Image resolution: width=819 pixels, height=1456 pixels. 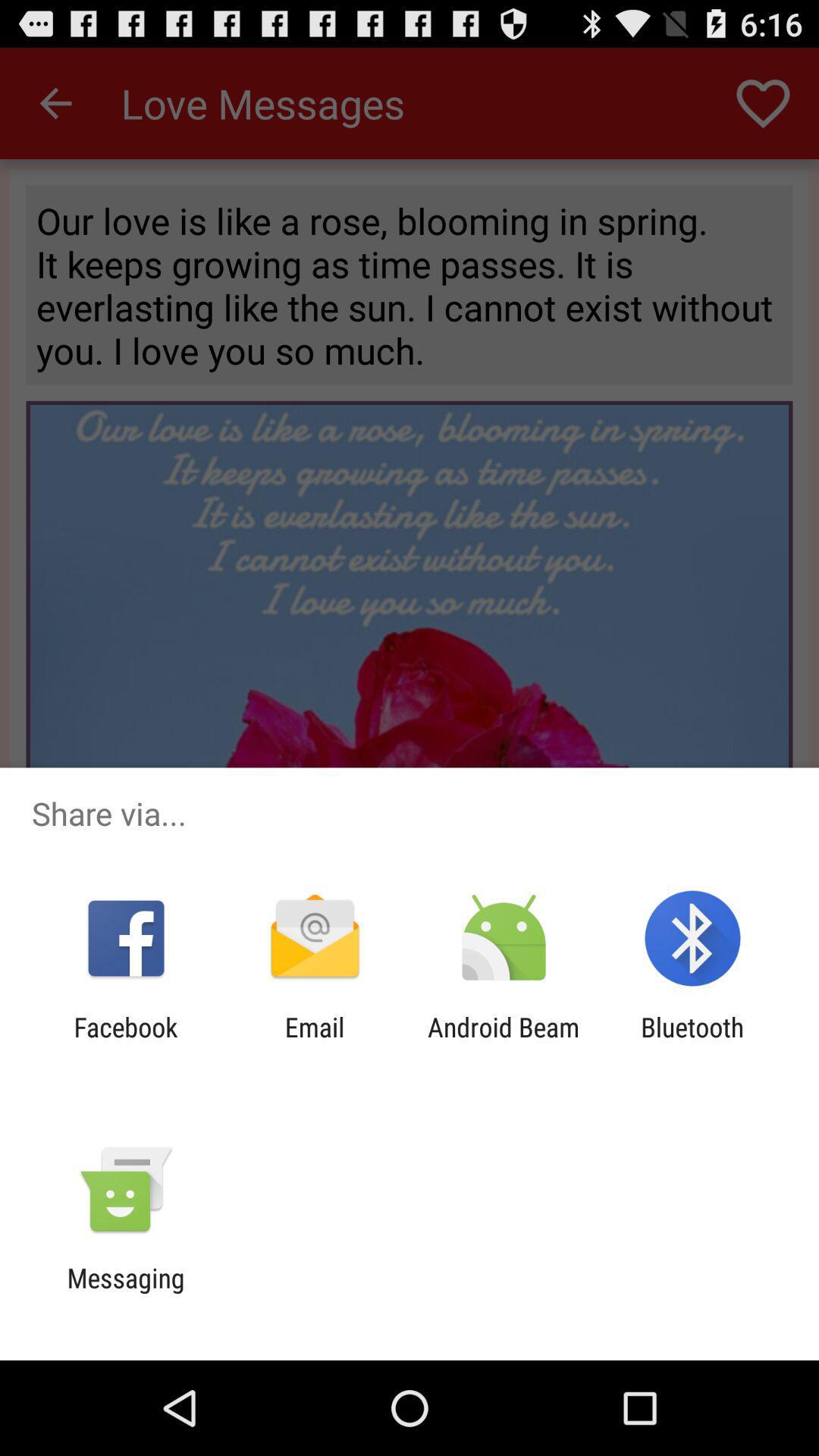 I want to click on the item to the right of android beam, so click(x=692, y=1042).